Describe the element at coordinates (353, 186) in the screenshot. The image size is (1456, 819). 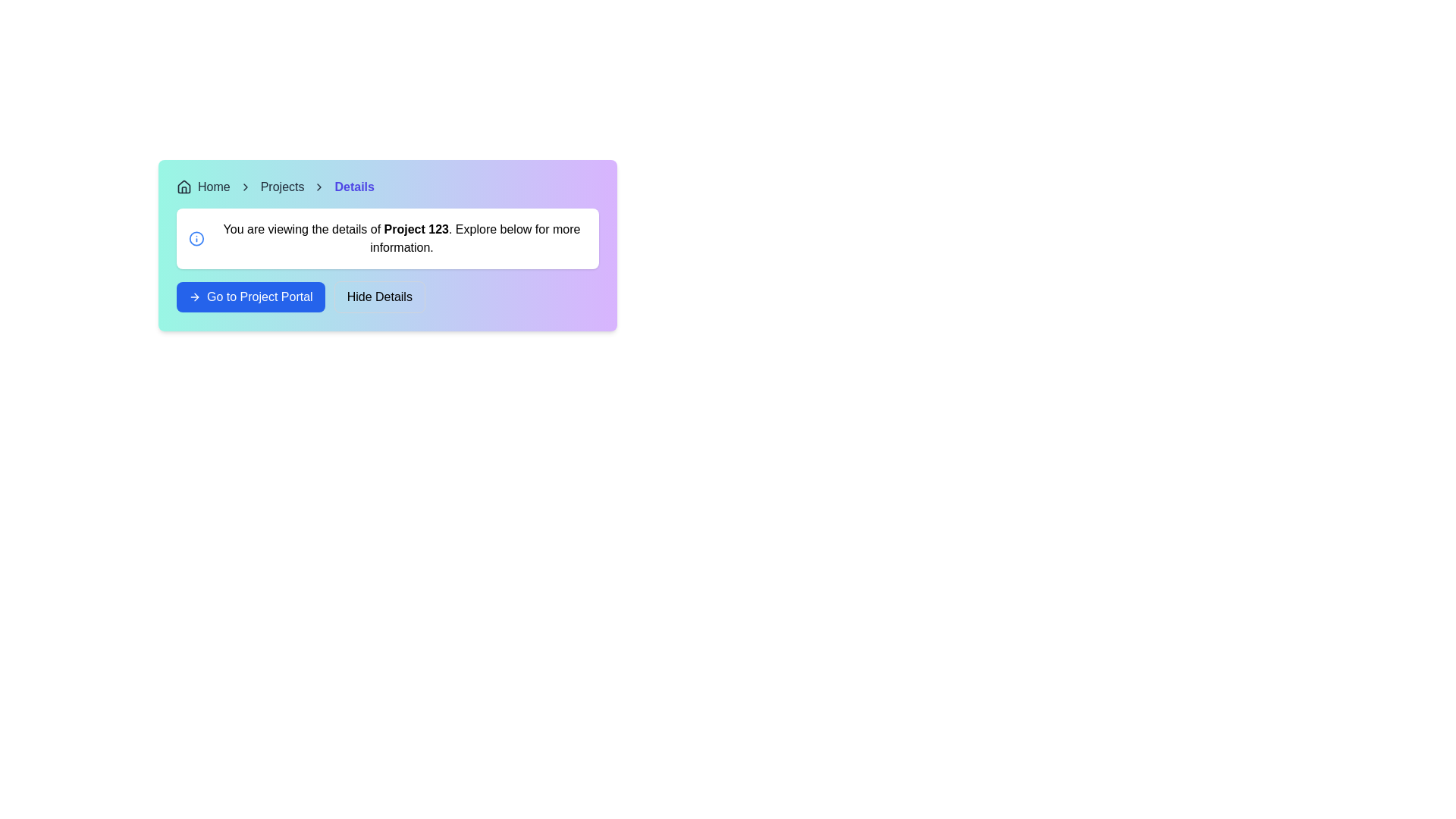
I see `the bold, indigo-colored text label reading 'Details' in the breadcrumb navigation` at that location.